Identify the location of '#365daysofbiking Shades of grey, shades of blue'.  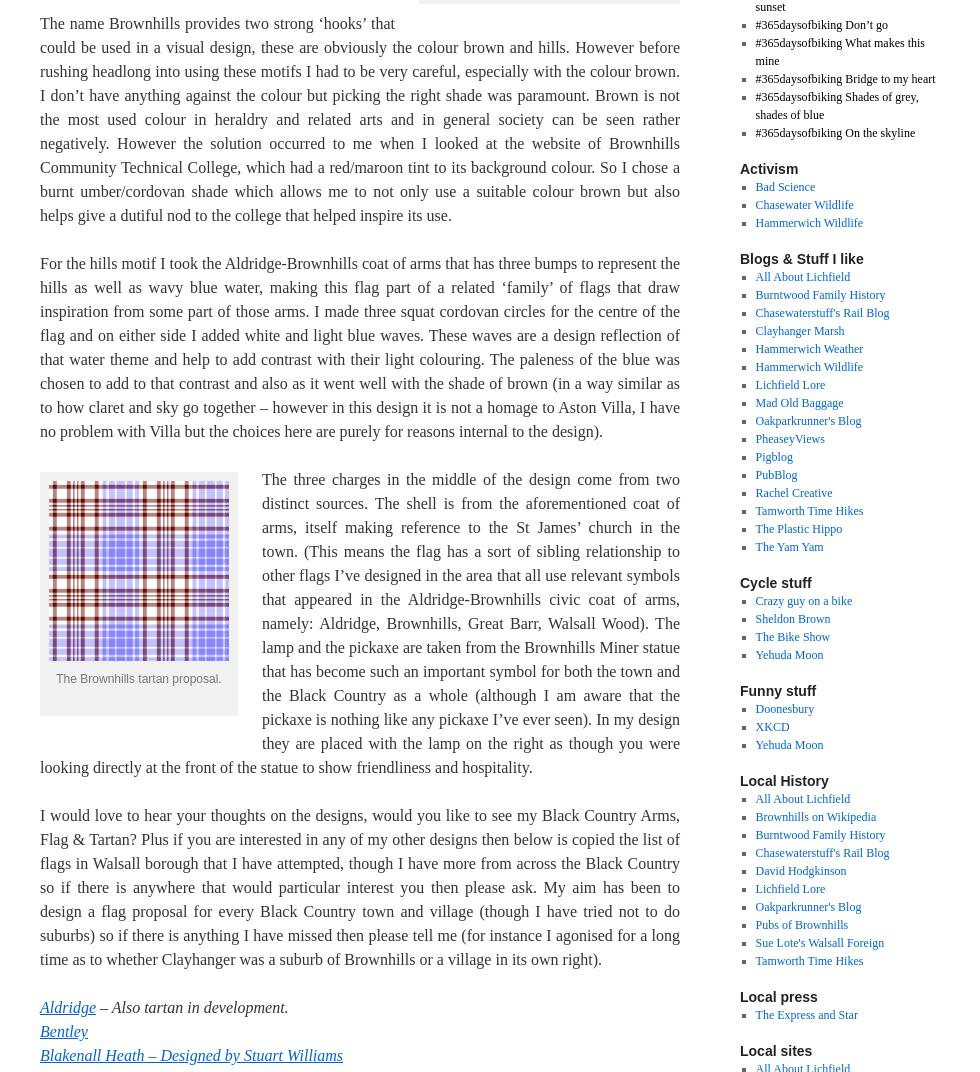
(836, 106).